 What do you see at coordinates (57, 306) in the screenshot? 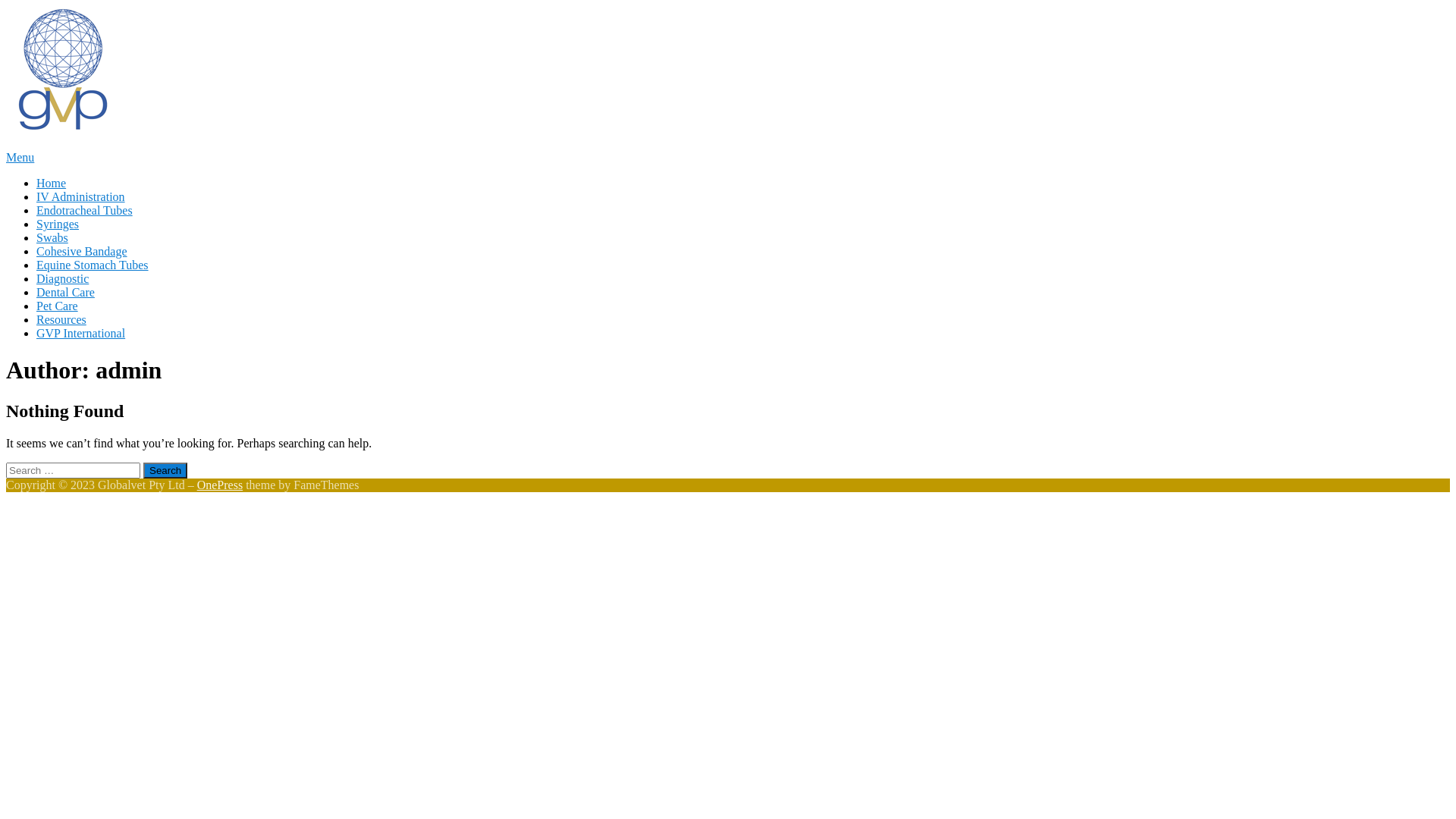
I see `'Pet Care'` at bounding box center [57, 306].